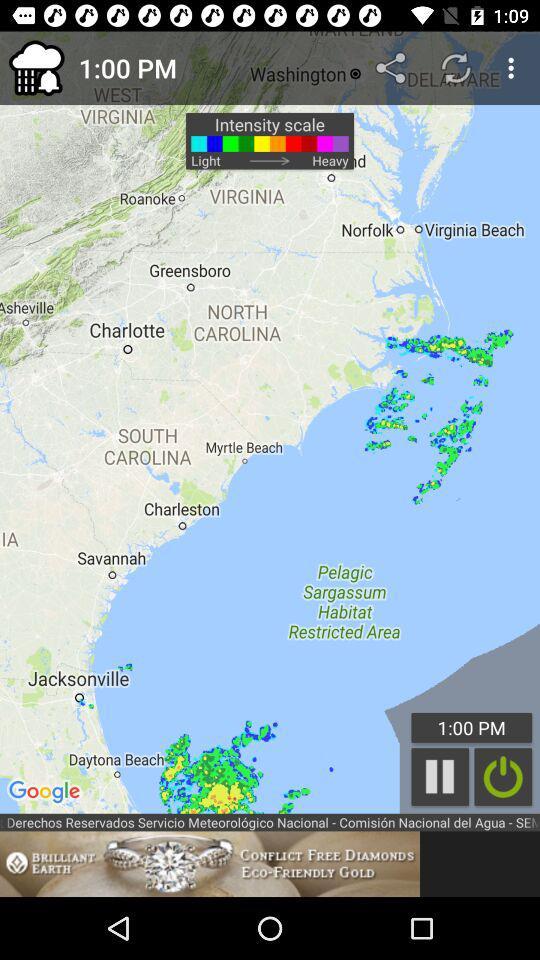  What do you see at coordinates (440, 776) in the screenshot?
I see `pause selection` at bounding box center [440, 776].